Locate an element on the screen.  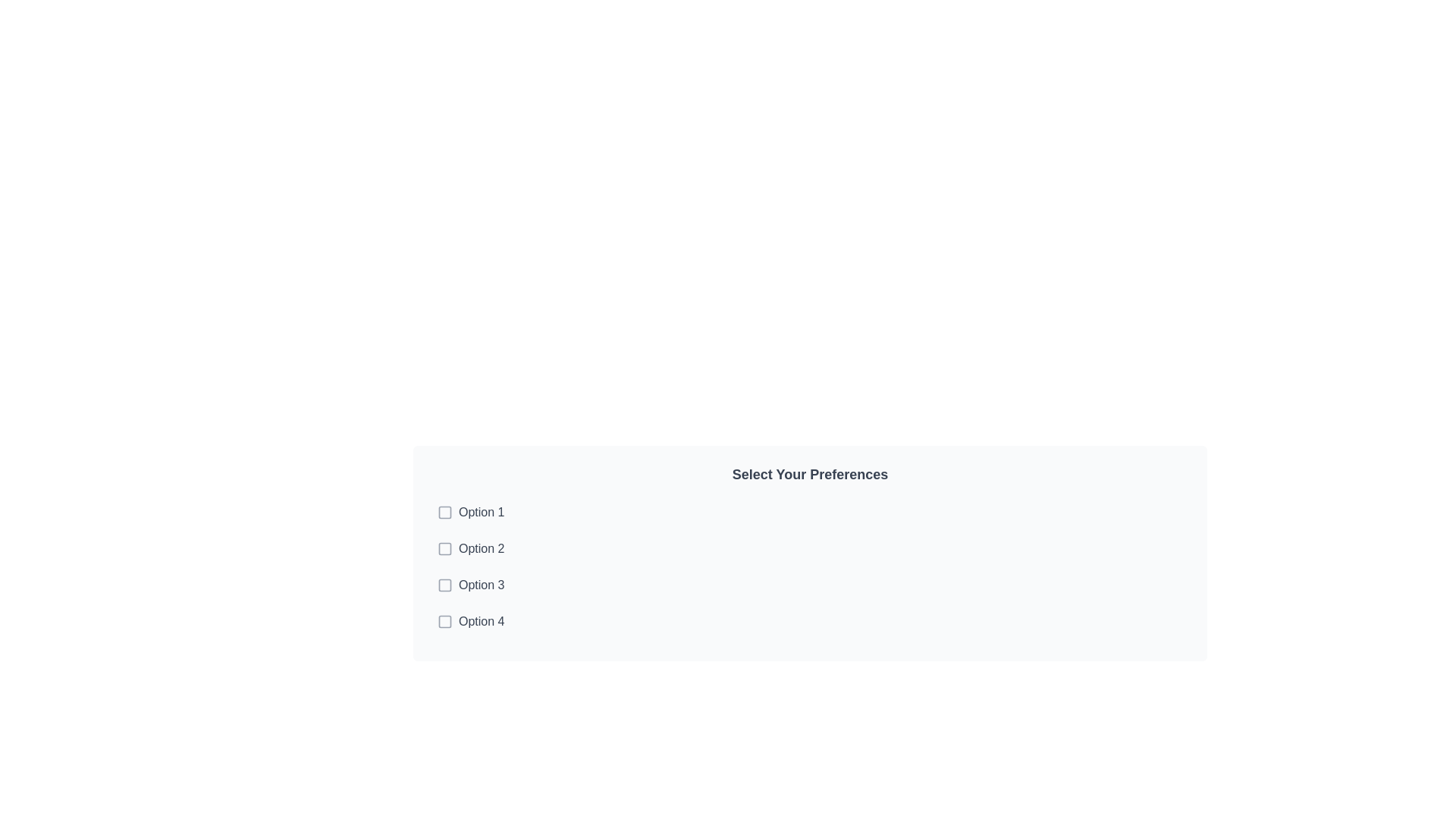
the checkbox for Option 1 to observe its hover effect is located at coordinates (809, 512).